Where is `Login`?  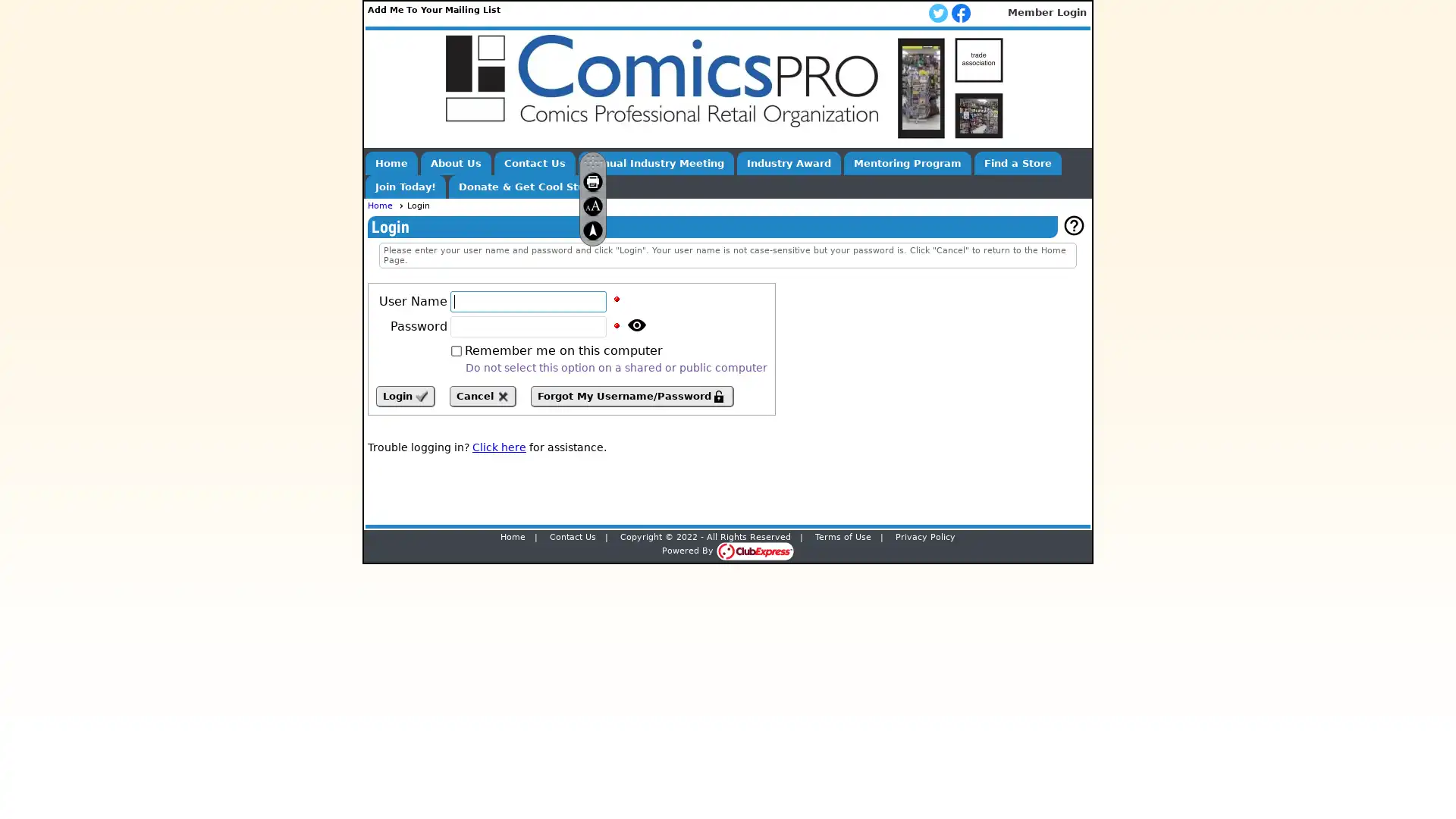 Login is located at coordinates (405, 396).